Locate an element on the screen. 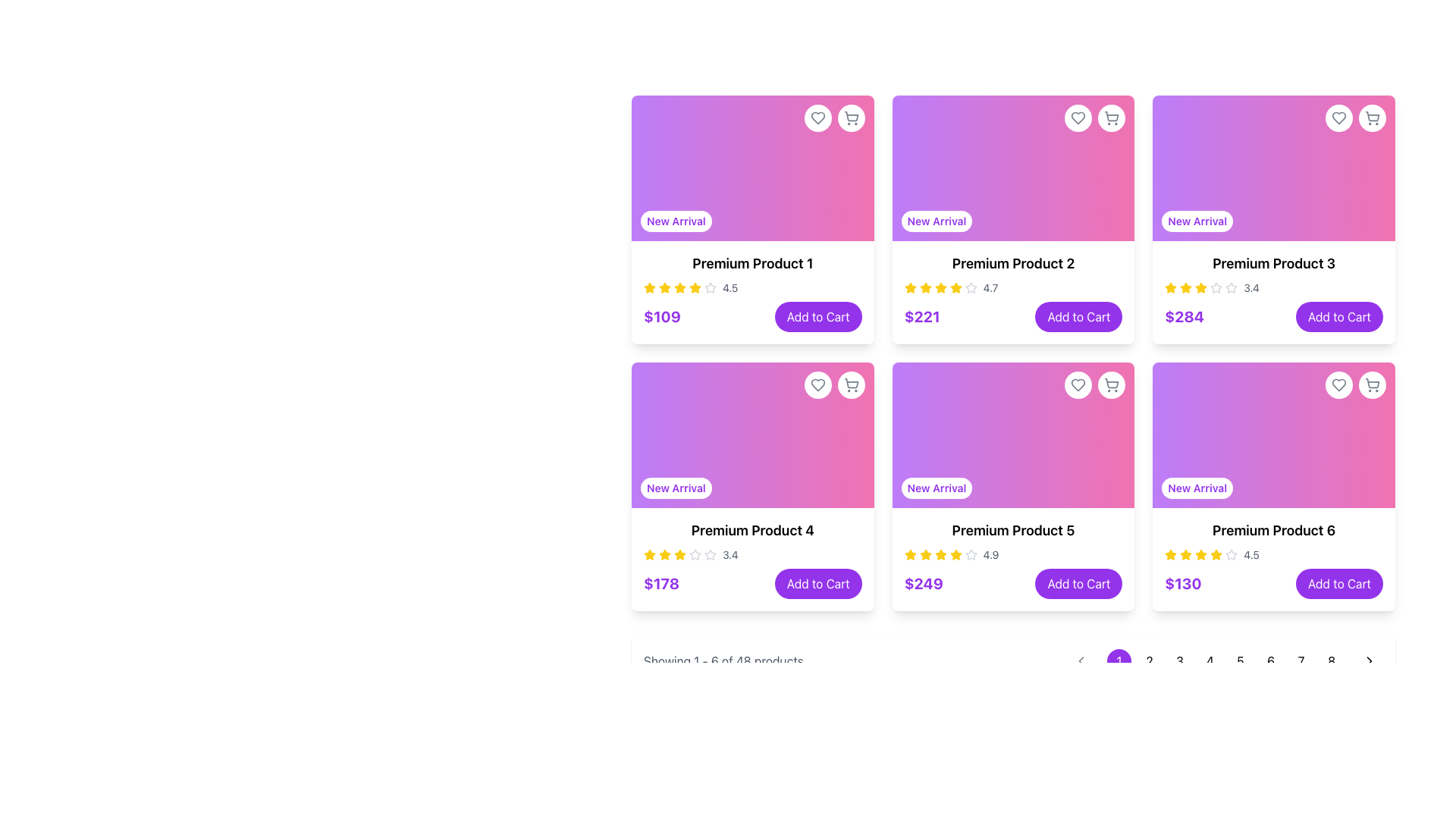 The width and height of the screenshot is (1456, 819). the leftmost yellow star icon in the rating section of the 'Premium Product 3' card, which is styled with sharp corners and indicates a rating of 3.4 is located at coordinates (1170, 288).